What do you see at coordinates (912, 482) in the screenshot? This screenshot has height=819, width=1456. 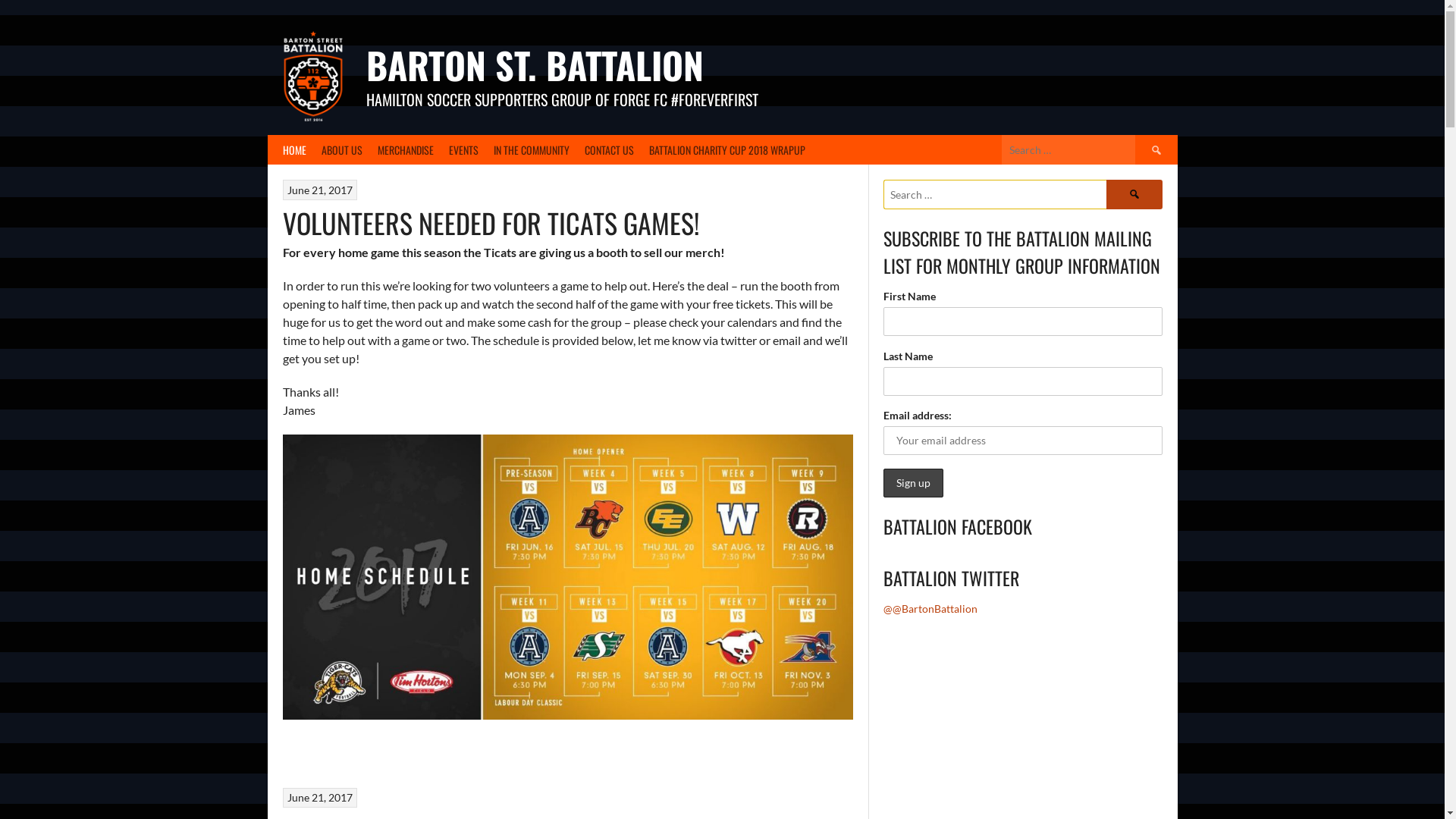 I see `'Sign up'` at bounding box center [912, 482].